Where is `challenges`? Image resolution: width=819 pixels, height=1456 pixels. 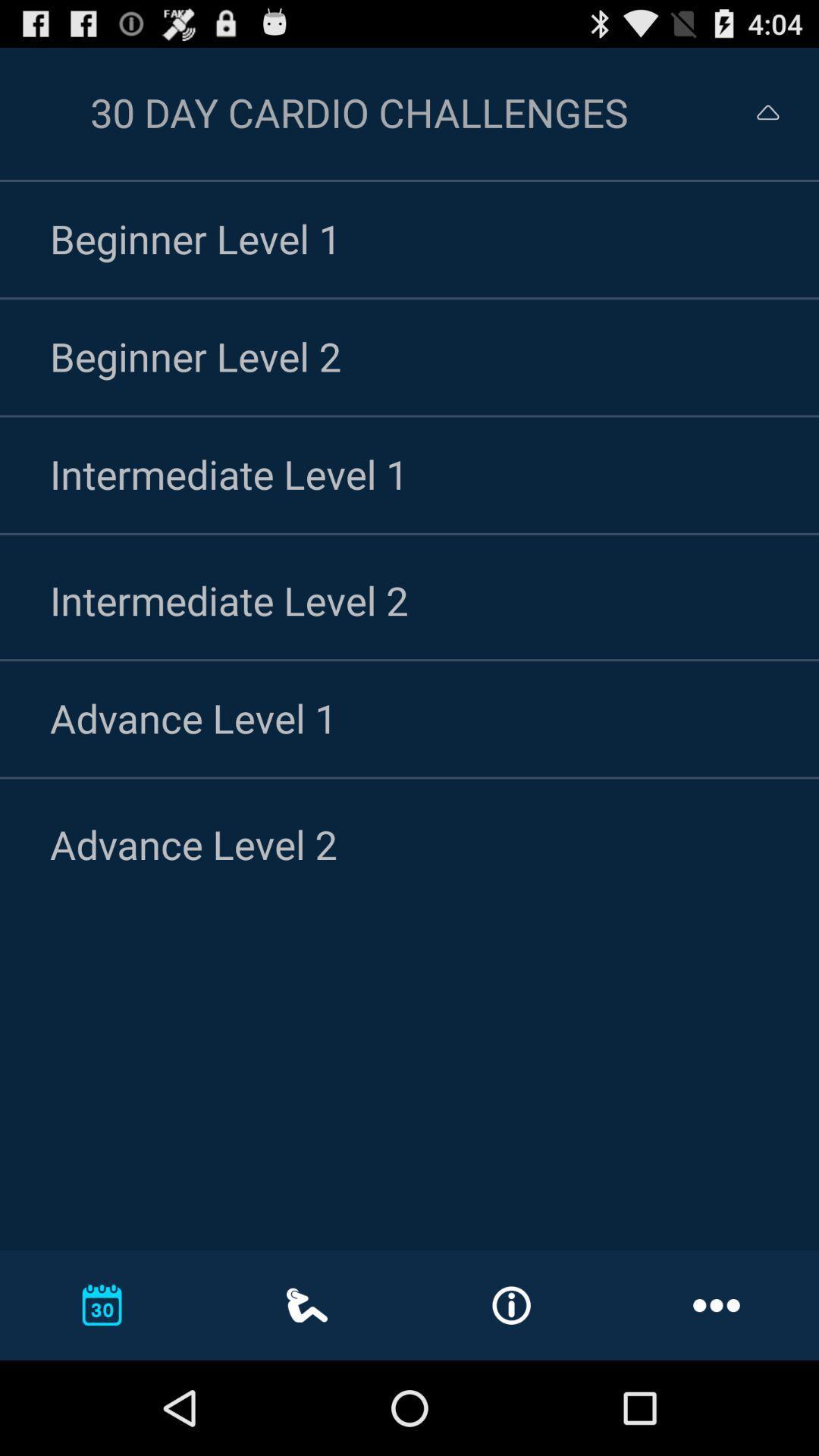 challenges is located at coordinates (754, 111).